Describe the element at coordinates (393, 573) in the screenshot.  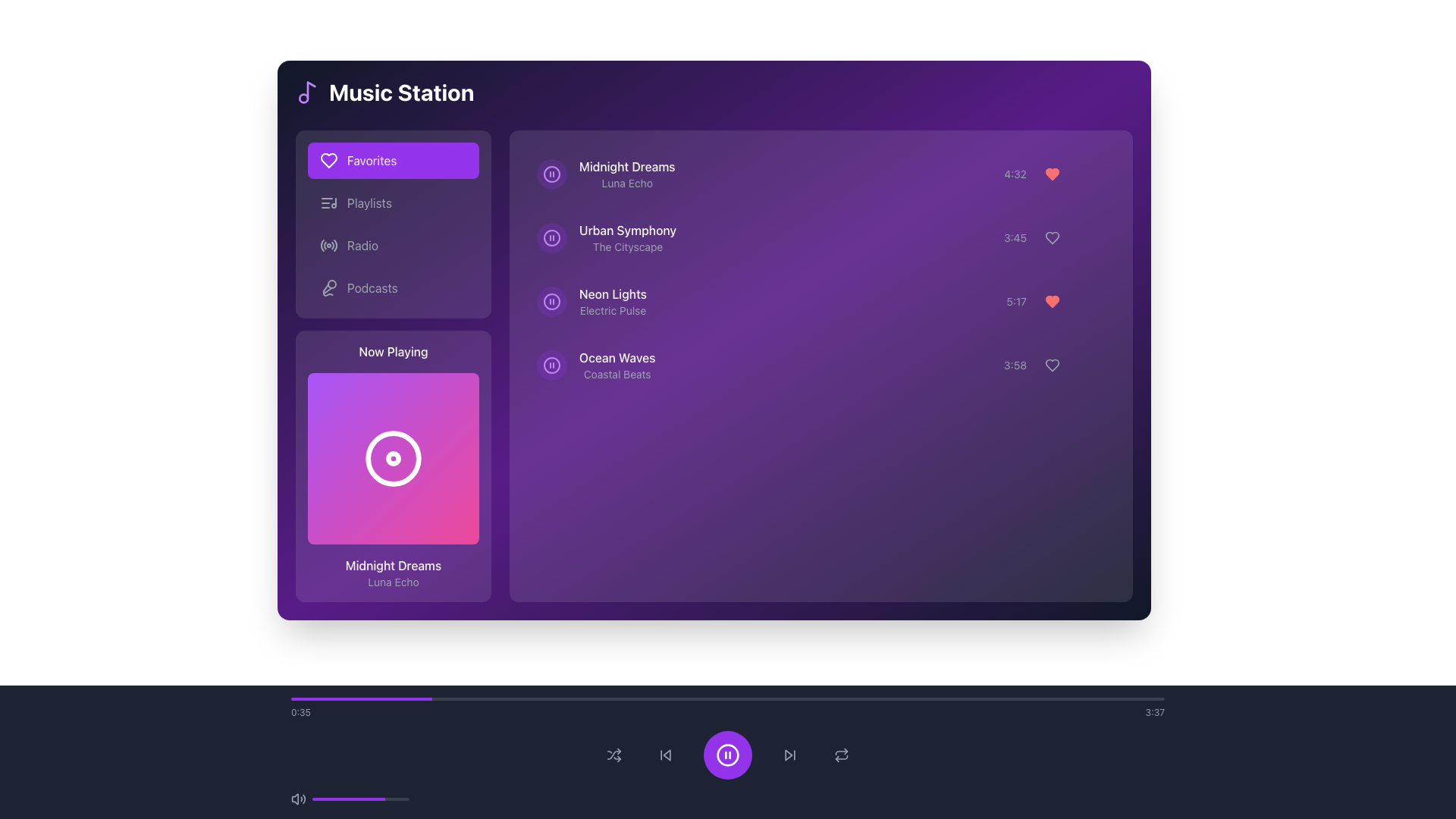
I see `the text display element showing 'Midnight Dreams' and 'Luna Echo' for reading` at that location.